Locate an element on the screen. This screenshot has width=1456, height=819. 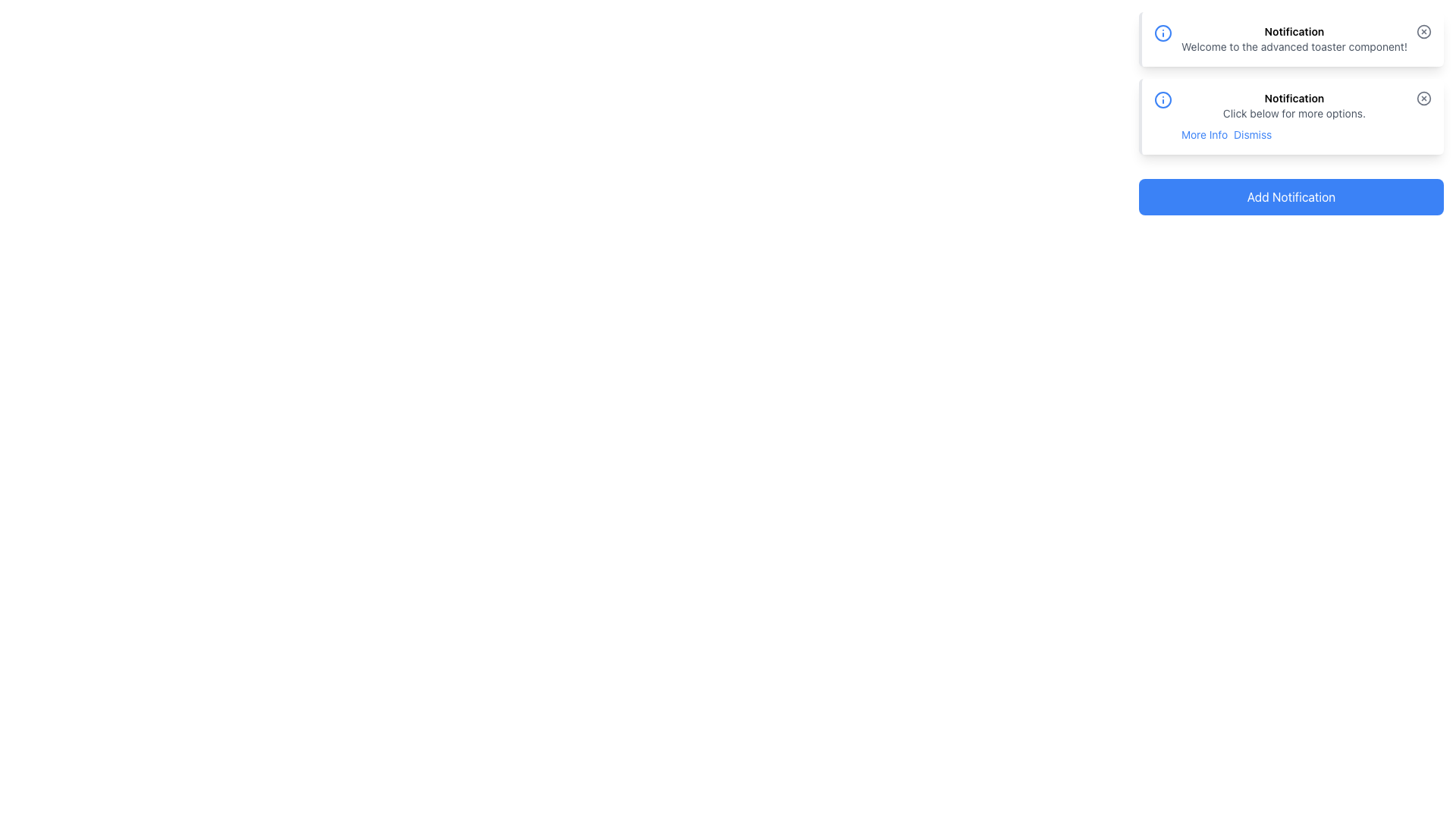
the decorative circle located in the top-right corner of the notification box within the SVG graphic is located at coordinates (1423, 32).